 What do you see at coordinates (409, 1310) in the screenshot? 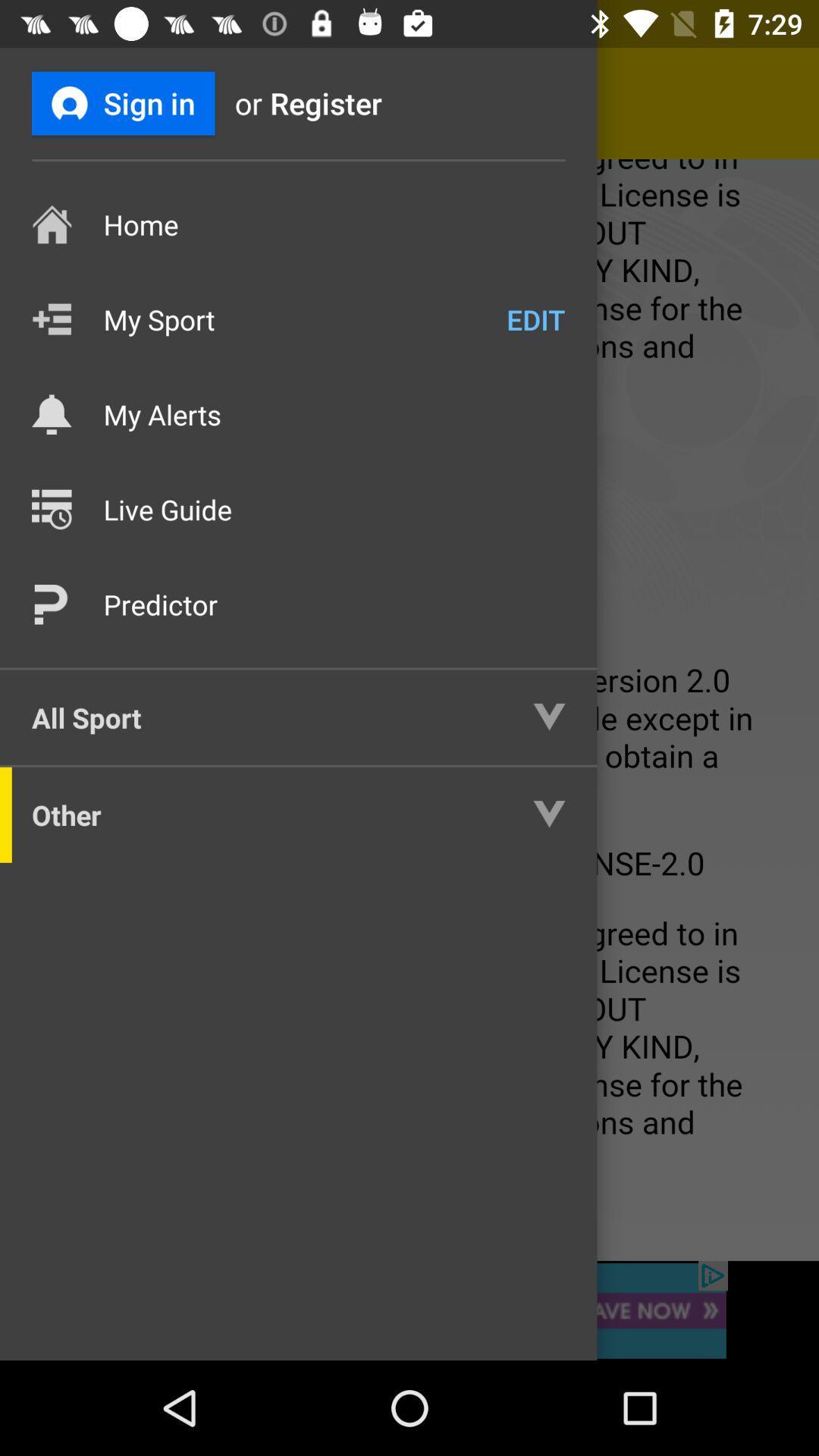
I see `advertisement 's webpage` at bounding box center [409, 1310].